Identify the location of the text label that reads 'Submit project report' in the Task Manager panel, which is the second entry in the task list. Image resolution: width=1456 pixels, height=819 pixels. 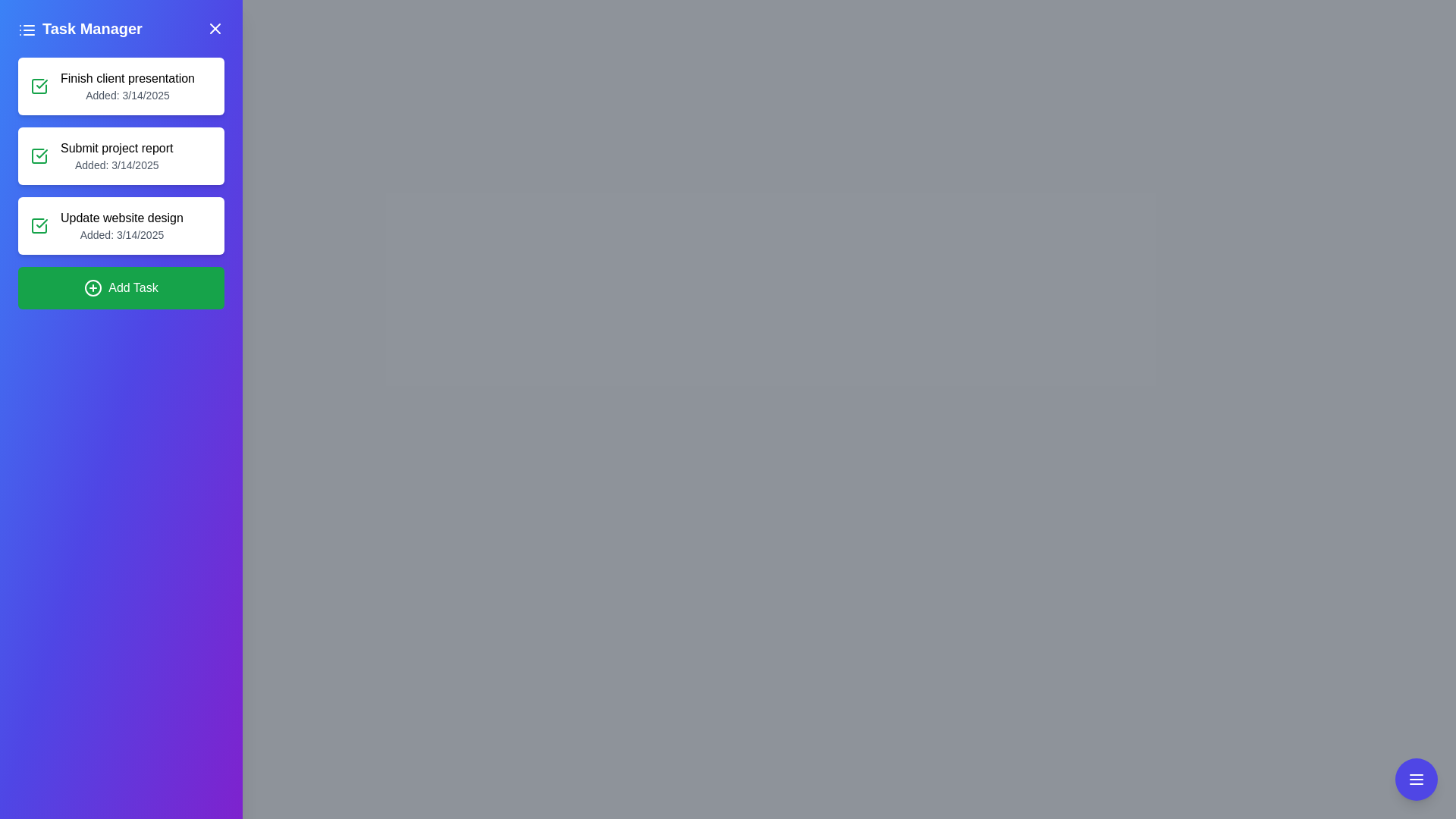
(116, 155).